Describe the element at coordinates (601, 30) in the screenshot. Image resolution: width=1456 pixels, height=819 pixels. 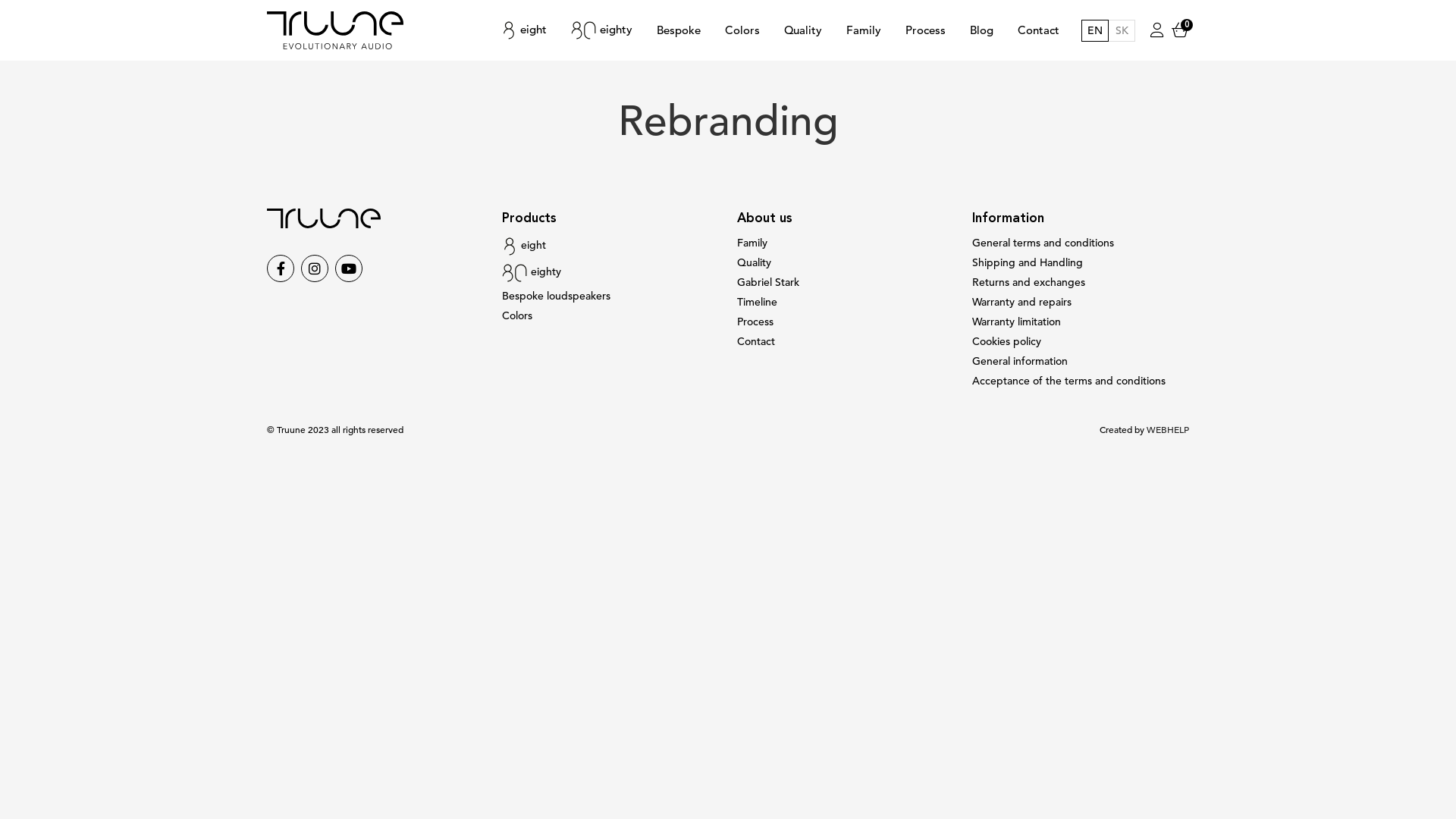
I see `'eighty'` at that location.